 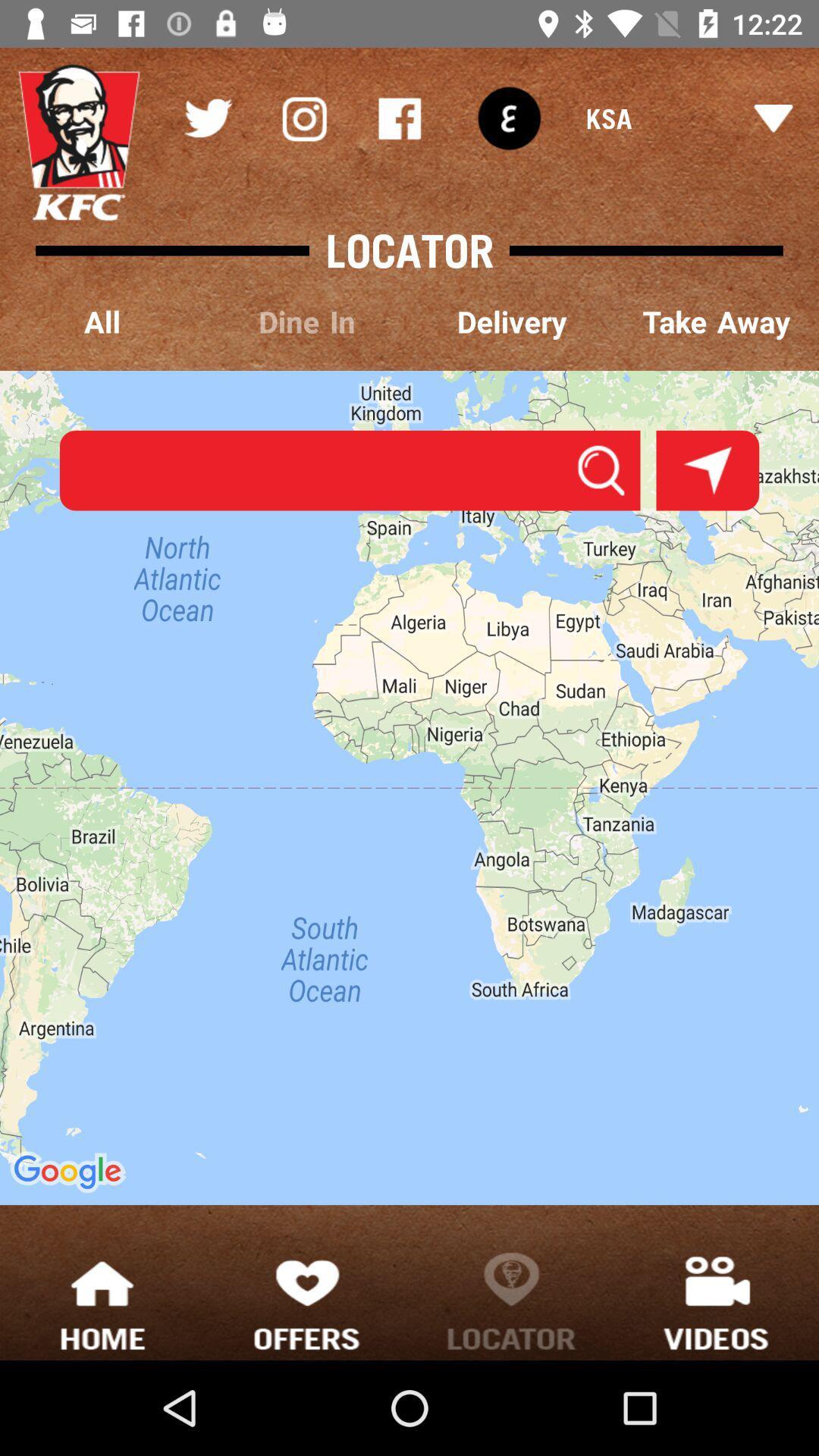 I want to click on the twitter icon, so click(x=207, y=118).